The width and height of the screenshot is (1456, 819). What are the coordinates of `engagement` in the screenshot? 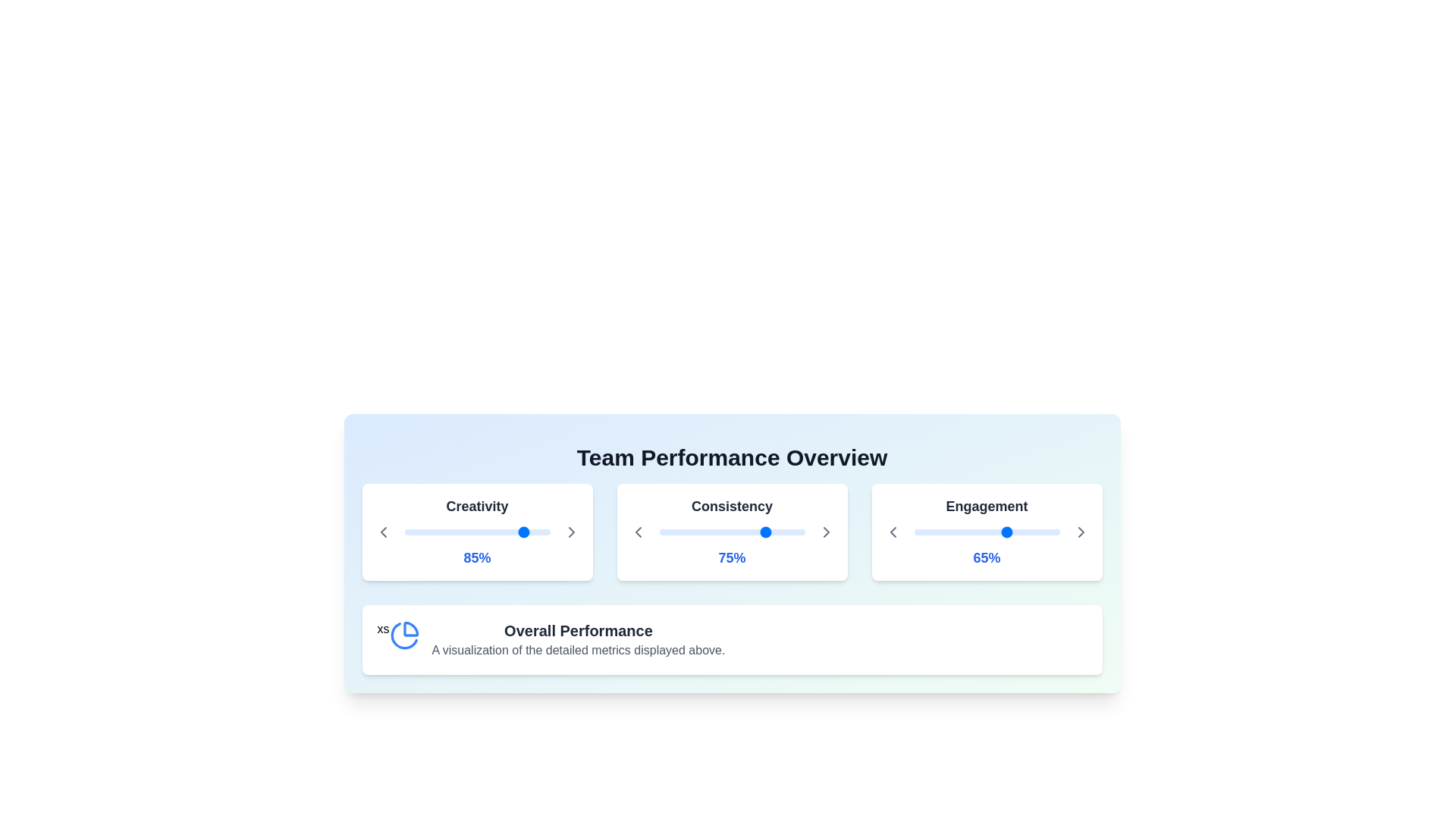 It's located at (990, 532).